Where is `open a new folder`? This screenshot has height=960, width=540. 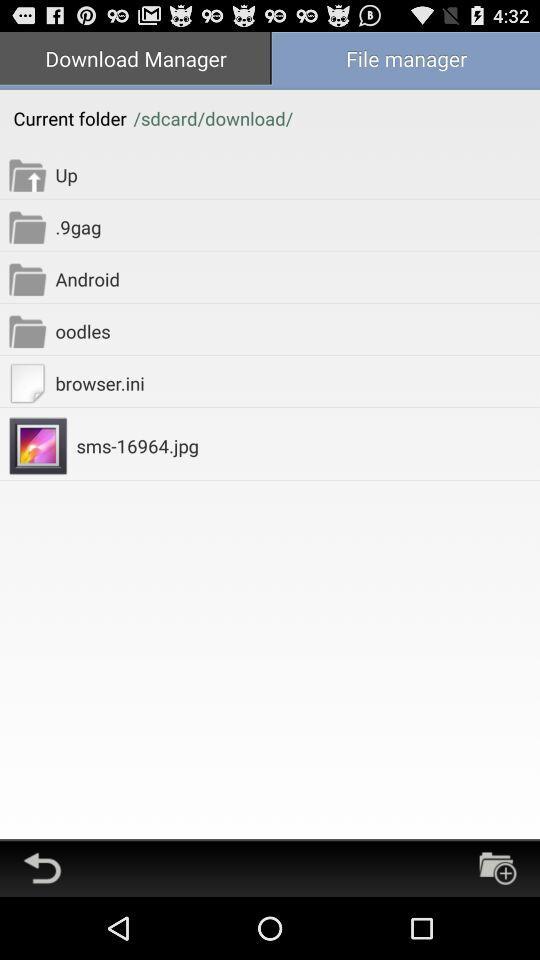 open a new folder is located at coordinates (496, 867).